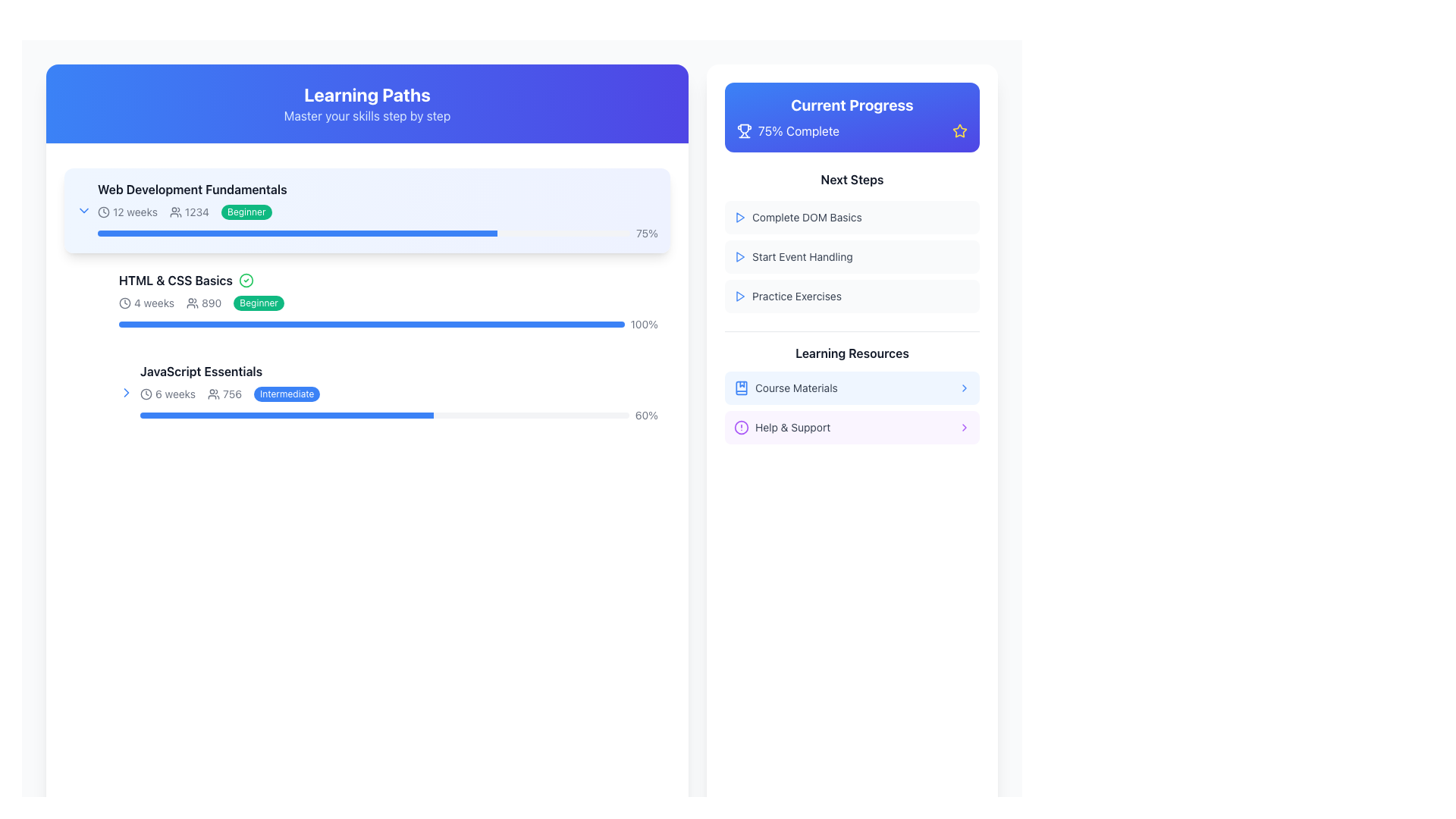  What do you see at coordinates (192, 303) in the screenshot?
I see `the SVG icon depicting a group of users, which is located in the second card titled 'HTML & CSS Basics' under the 'Learning Paths' section, immediately to the left of the text '890'` at bounding box center [192, 303].